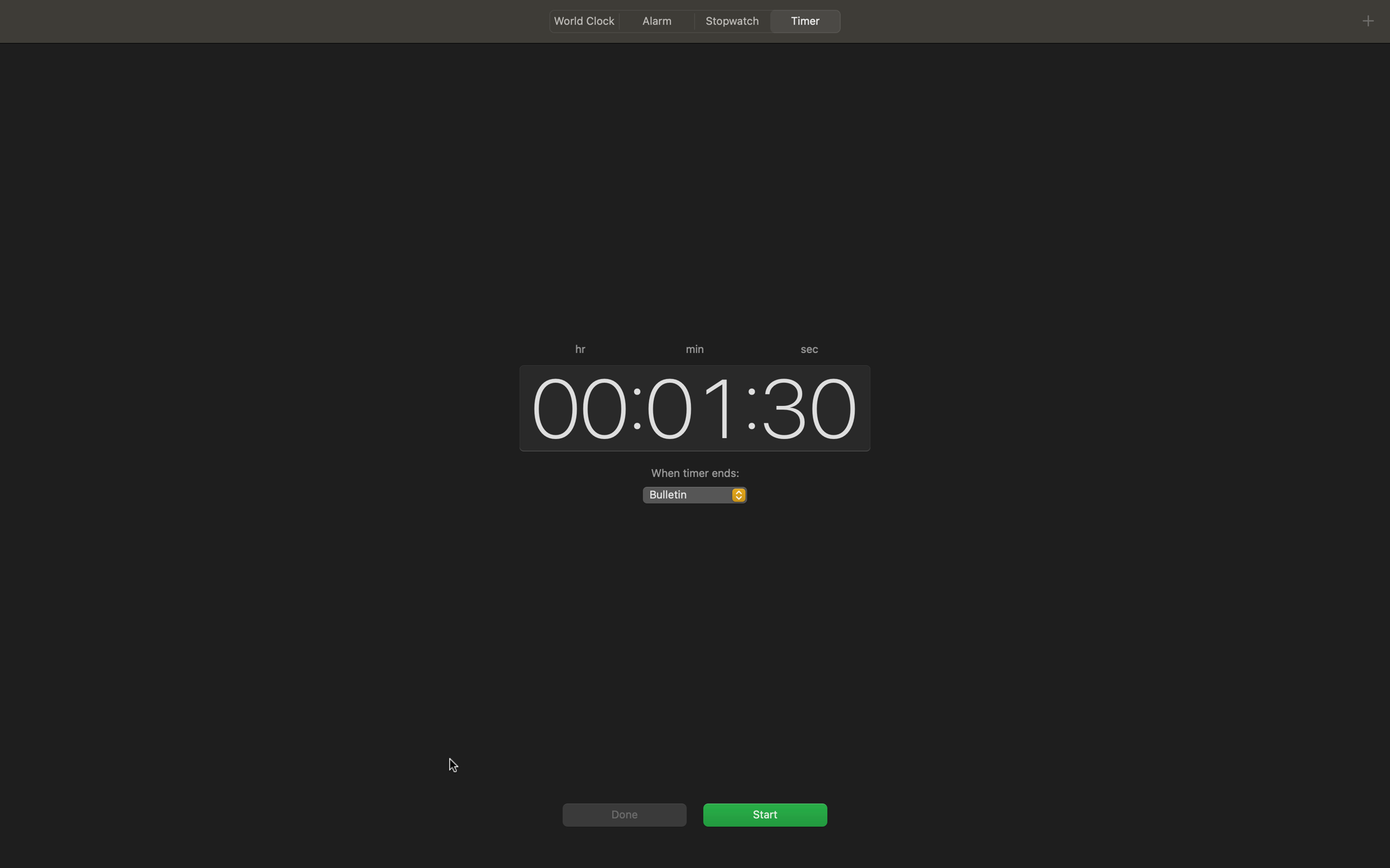  What do you see at coordinates (574, 406) in the screenshot?
I see `the time by two hours` at bounding box center [574, 406].